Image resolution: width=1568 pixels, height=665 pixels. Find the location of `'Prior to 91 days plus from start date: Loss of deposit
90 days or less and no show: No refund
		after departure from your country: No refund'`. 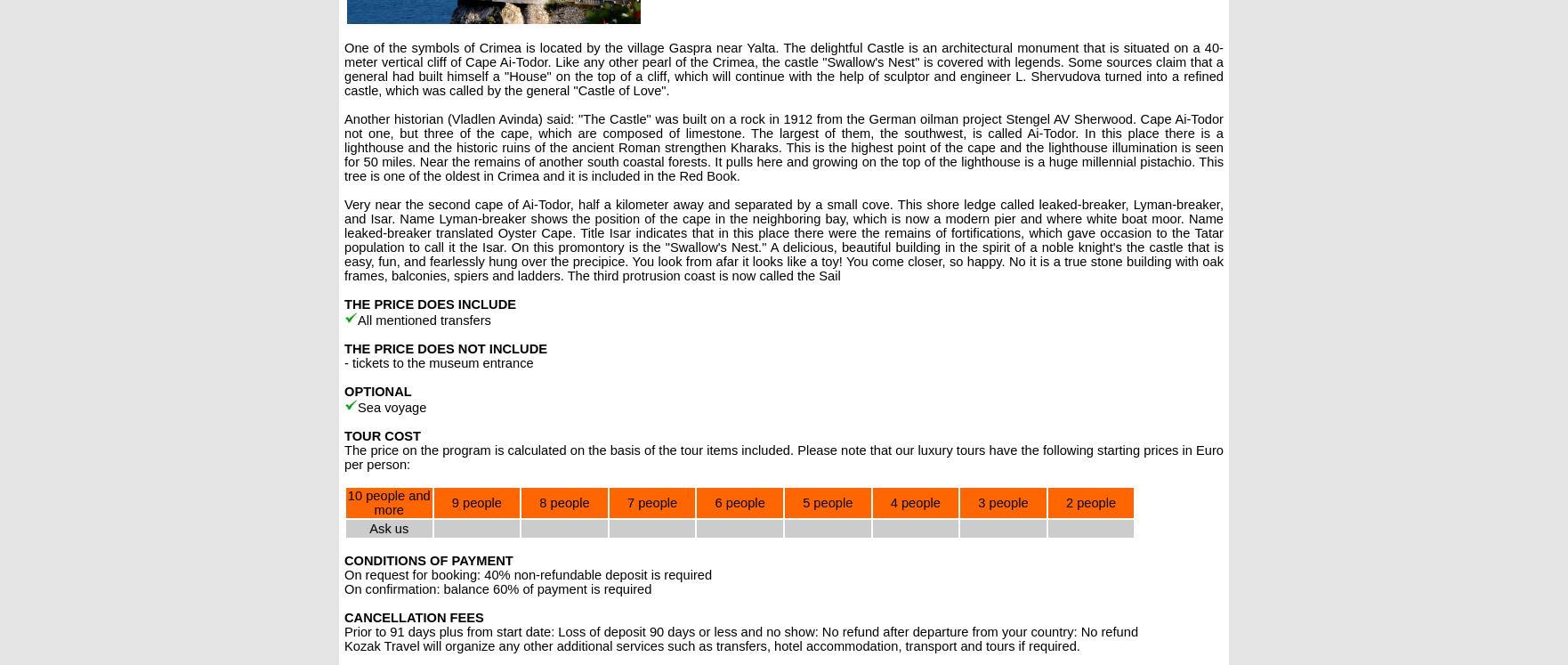

'Prior to 91 days plus from start date: Loss of deposit
90 days or less and no show: No refund
		after departure from your country: No refund' is located at coordinates (740, 631).